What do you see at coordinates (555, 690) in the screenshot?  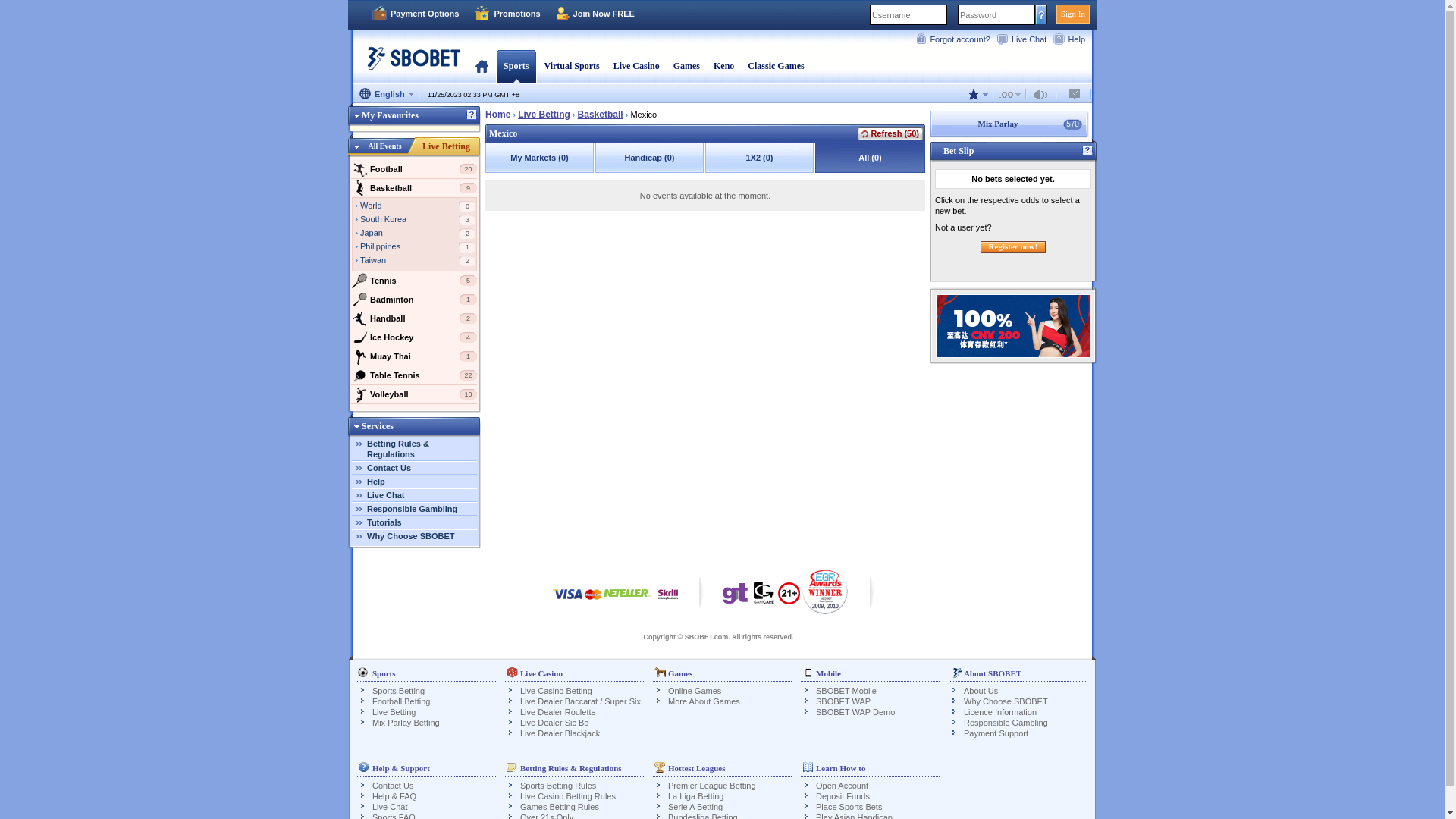 I see `'Live Casino Betting'` at bounding box center [555, 690].